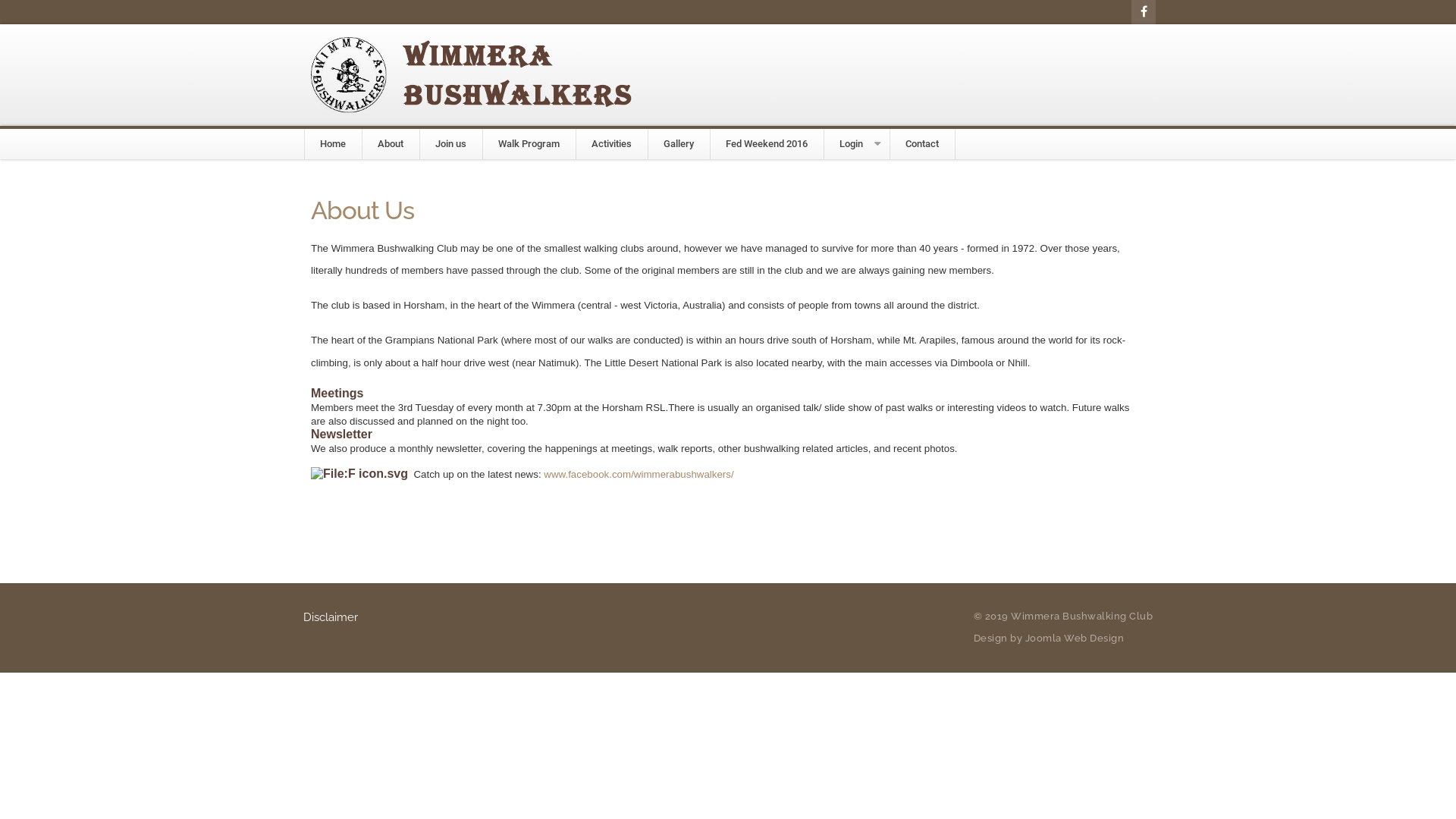  I want to click on 'Home', so click(304, 143).